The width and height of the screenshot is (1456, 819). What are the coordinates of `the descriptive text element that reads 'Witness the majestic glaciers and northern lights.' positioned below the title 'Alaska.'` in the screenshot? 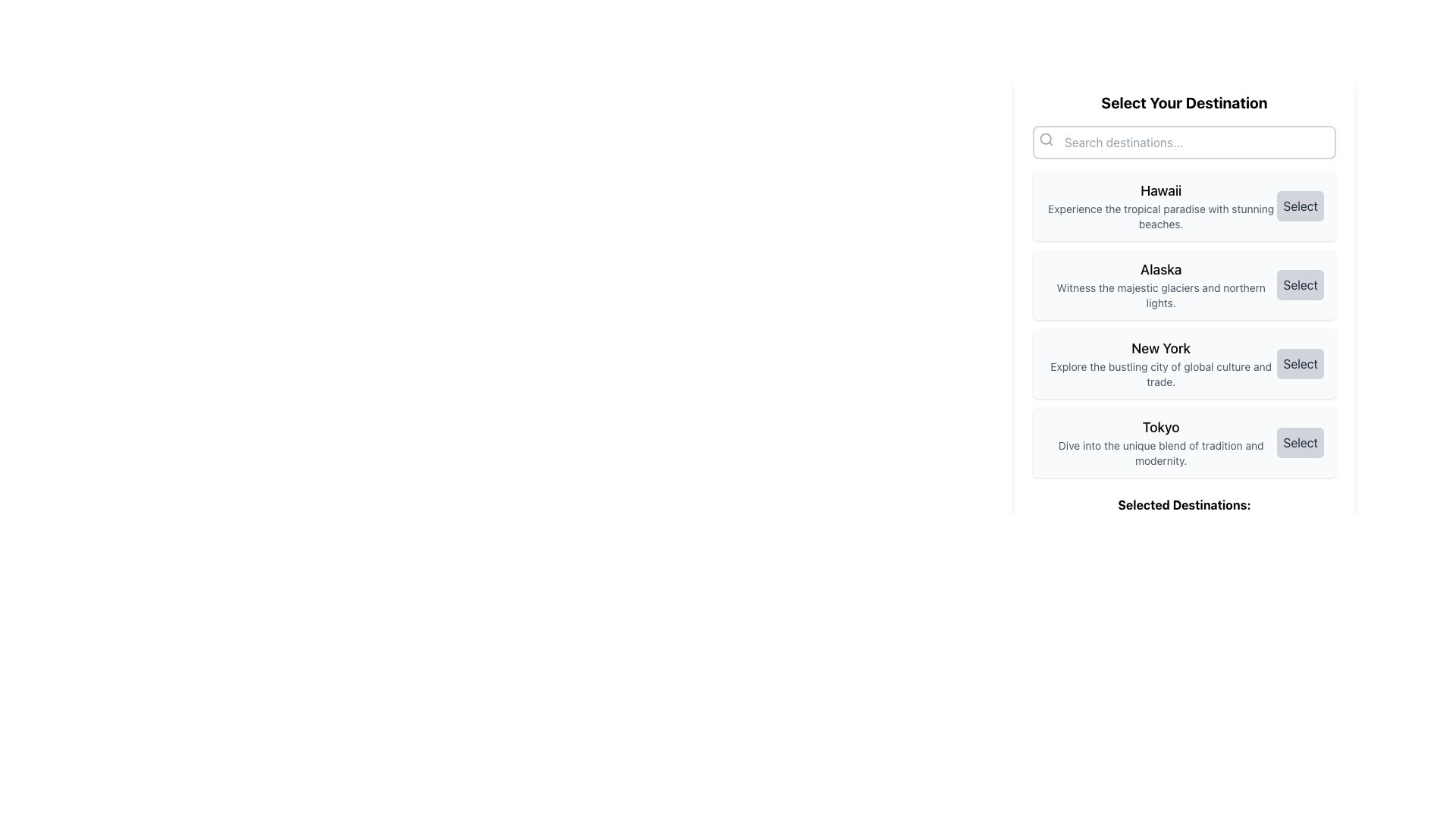 It's located at (1160, 295).